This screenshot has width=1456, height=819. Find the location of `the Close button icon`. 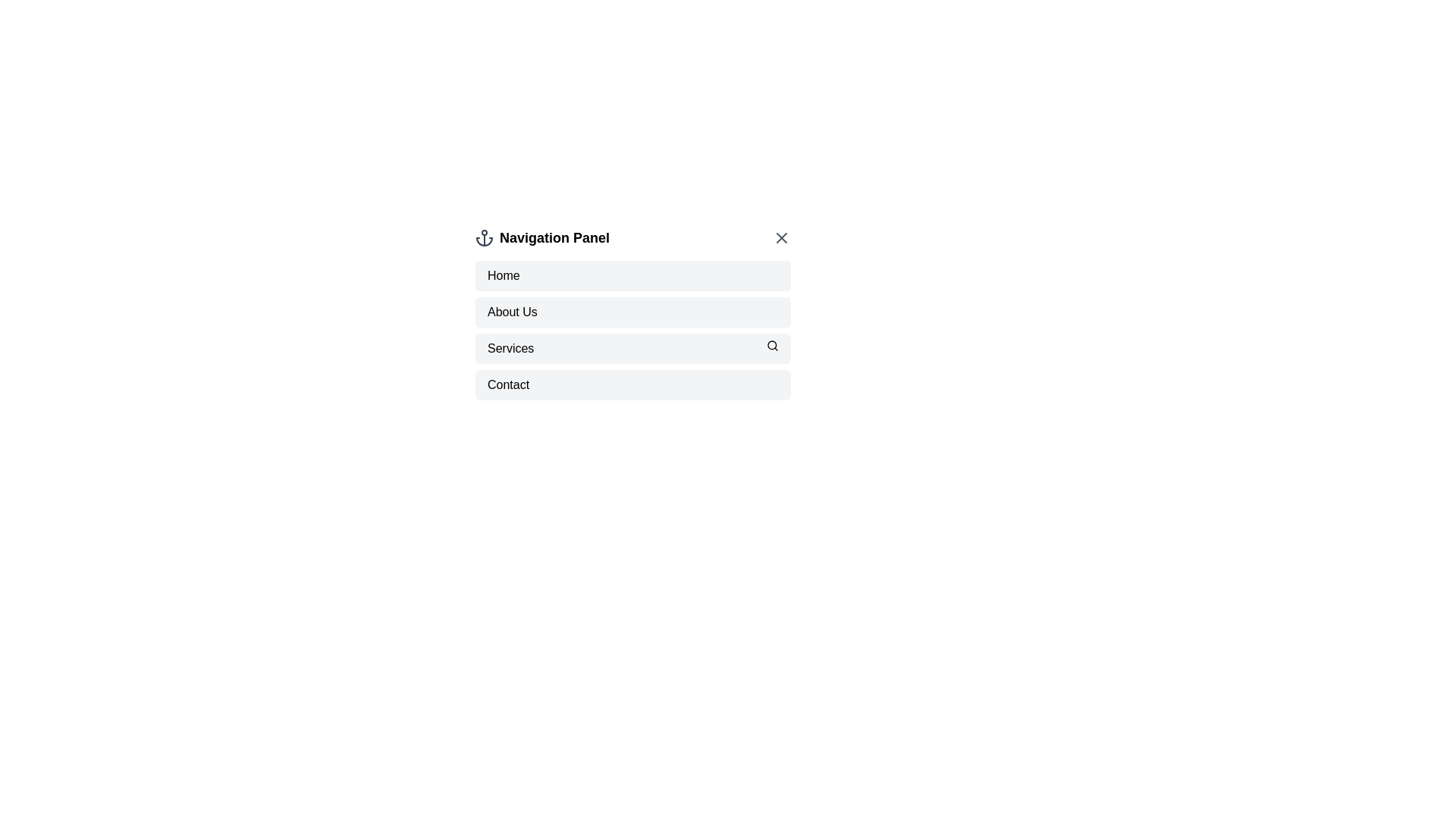

the Close button icon is located at coordinates (782, 237).